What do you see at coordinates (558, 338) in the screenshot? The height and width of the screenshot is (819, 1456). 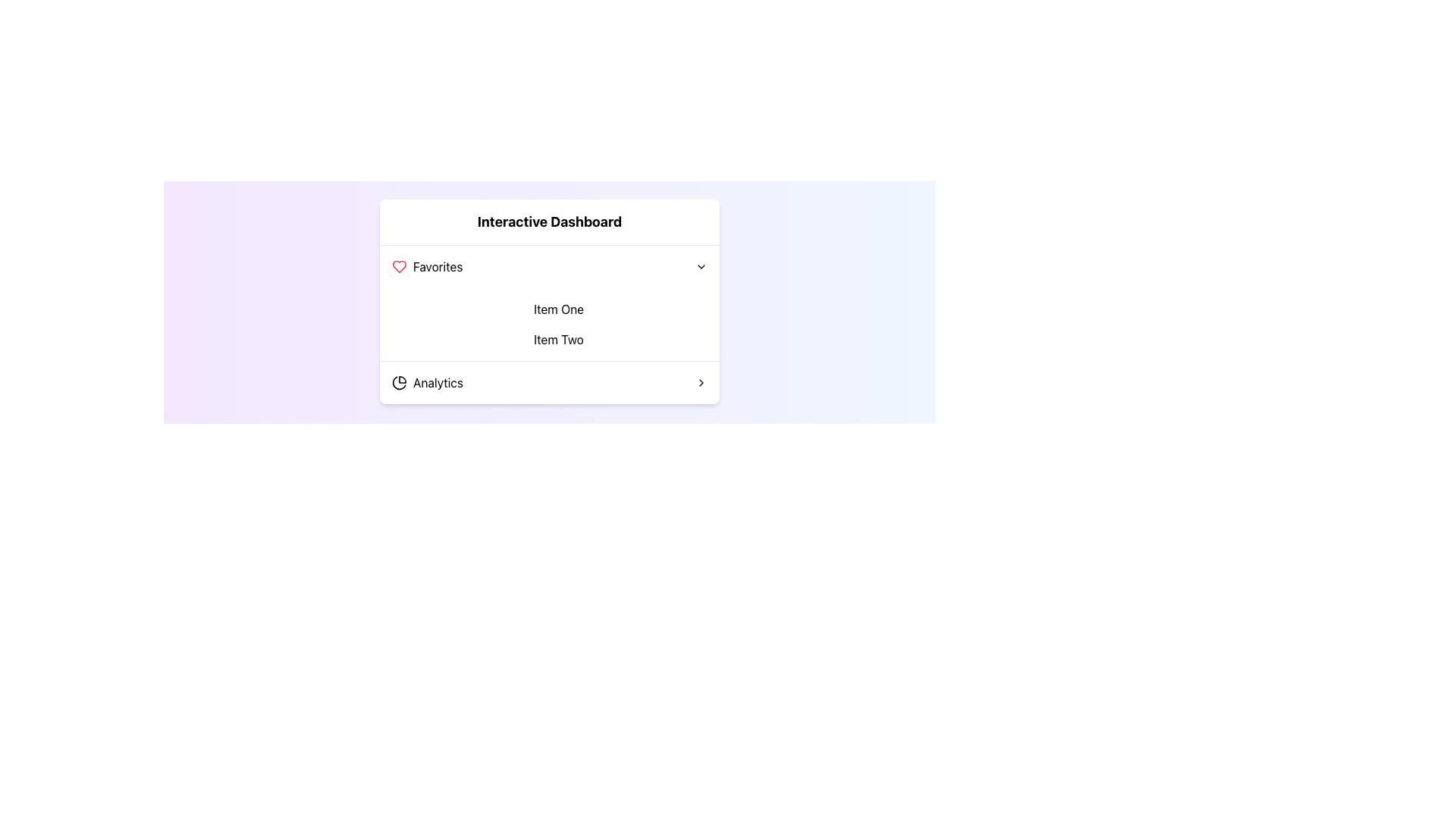 I see `the second navigational item in the 'Favorites' menu, labeled 'Item Two', to trigger a styling effect` at bounding box center [558, 338].